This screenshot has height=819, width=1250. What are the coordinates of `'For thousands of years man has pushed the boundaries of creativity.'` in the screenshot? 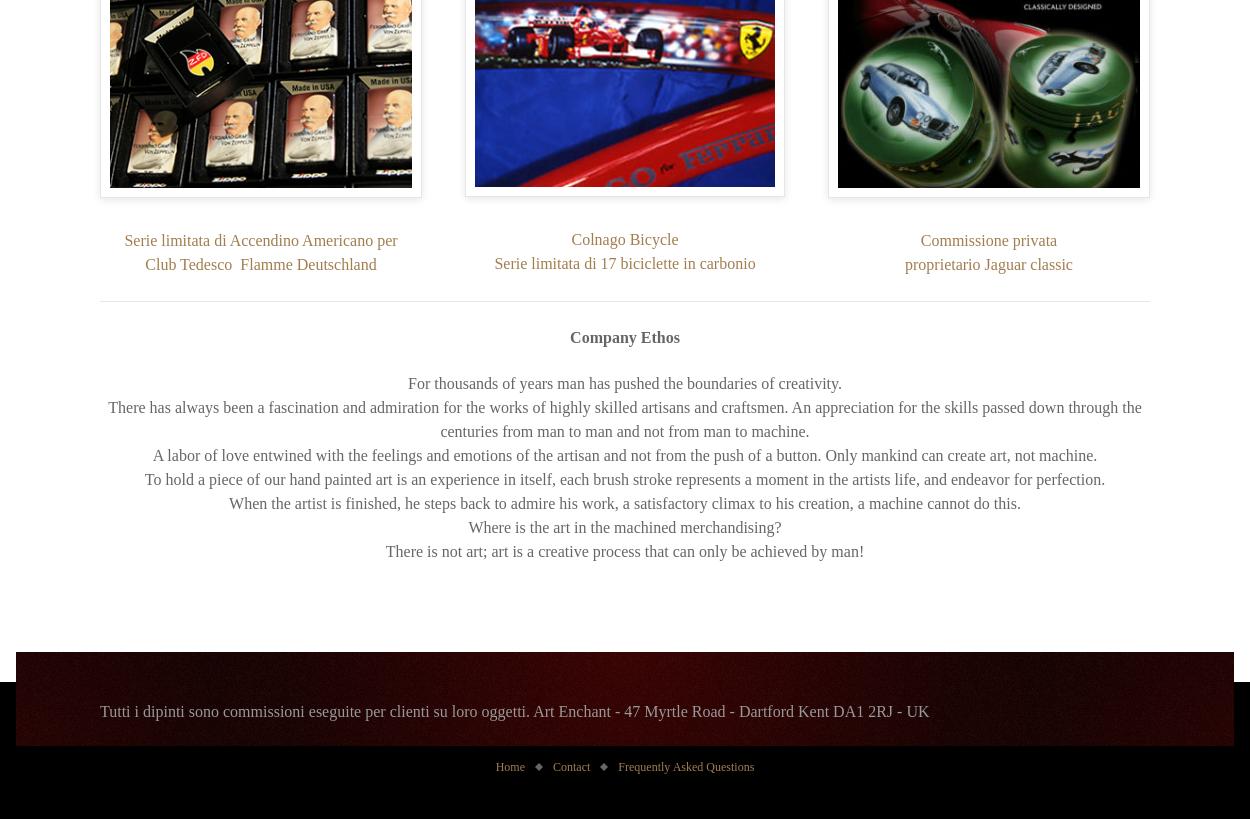 It's located at (623, 382).